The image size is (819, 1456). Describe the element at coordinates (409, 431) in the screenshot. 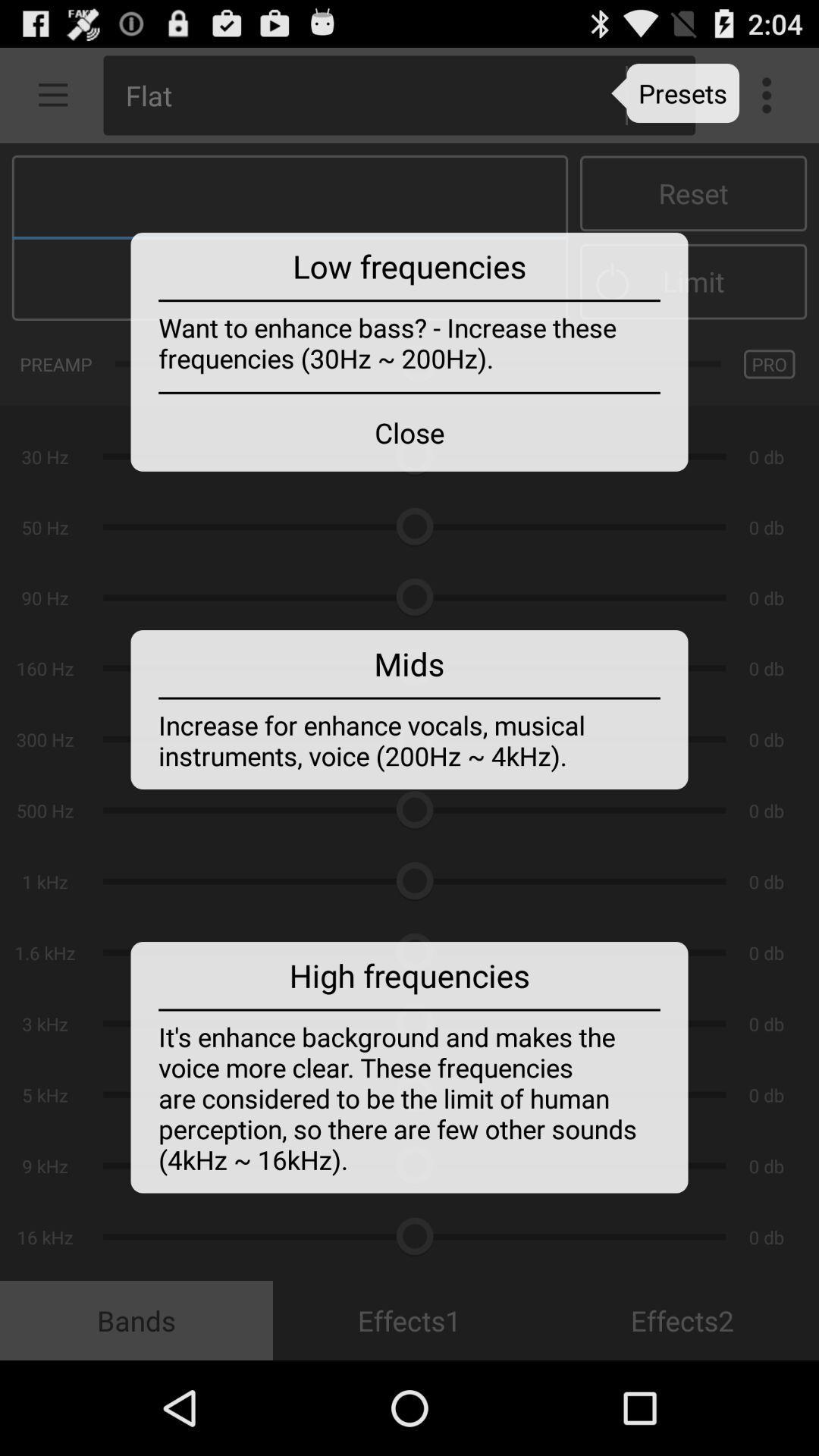

I see `the item above mids item` at that location.